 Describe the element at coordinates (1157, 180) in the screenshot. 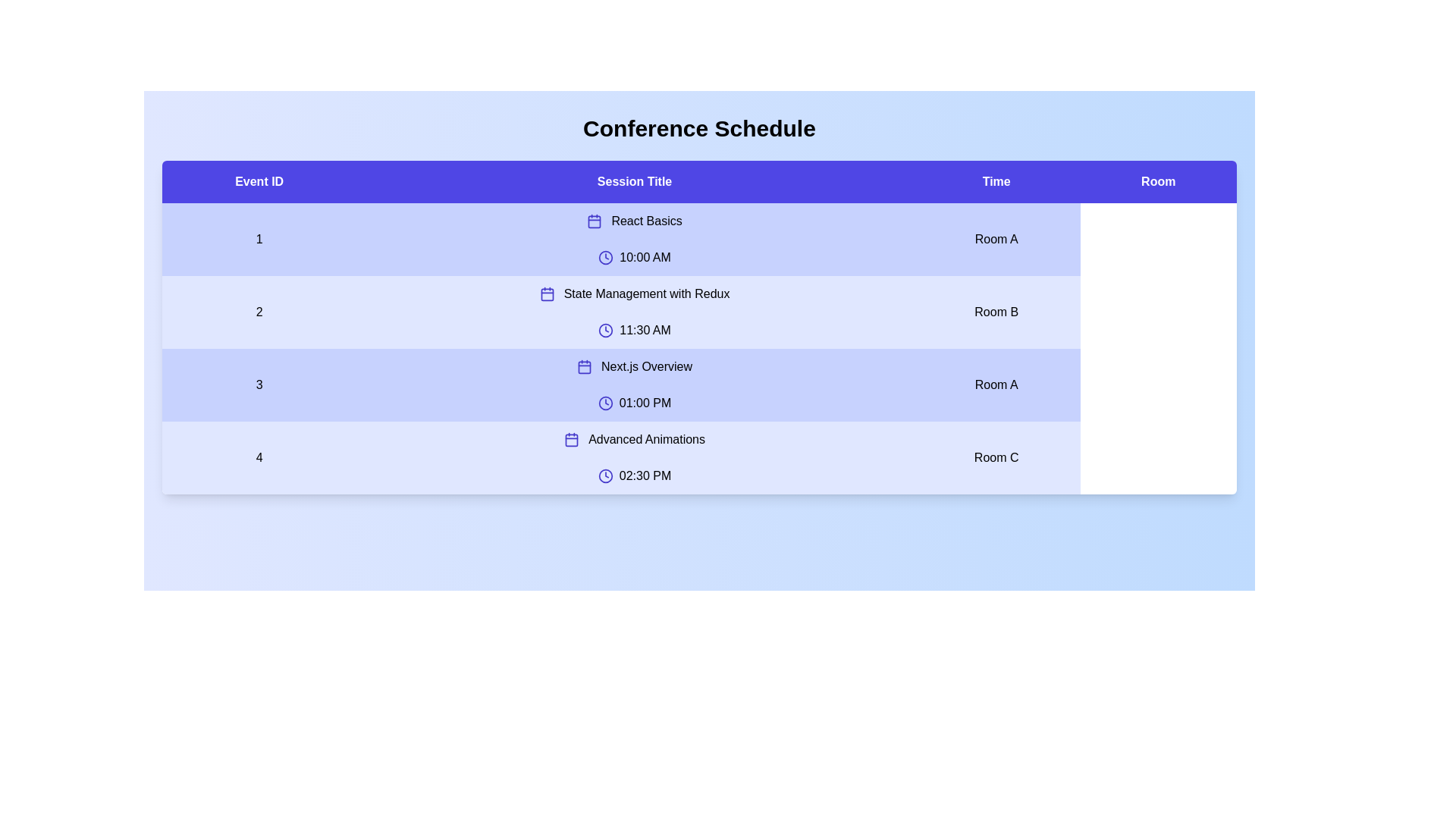

I see `the table header labeled 'Room' to sort the table by that column` at that location.